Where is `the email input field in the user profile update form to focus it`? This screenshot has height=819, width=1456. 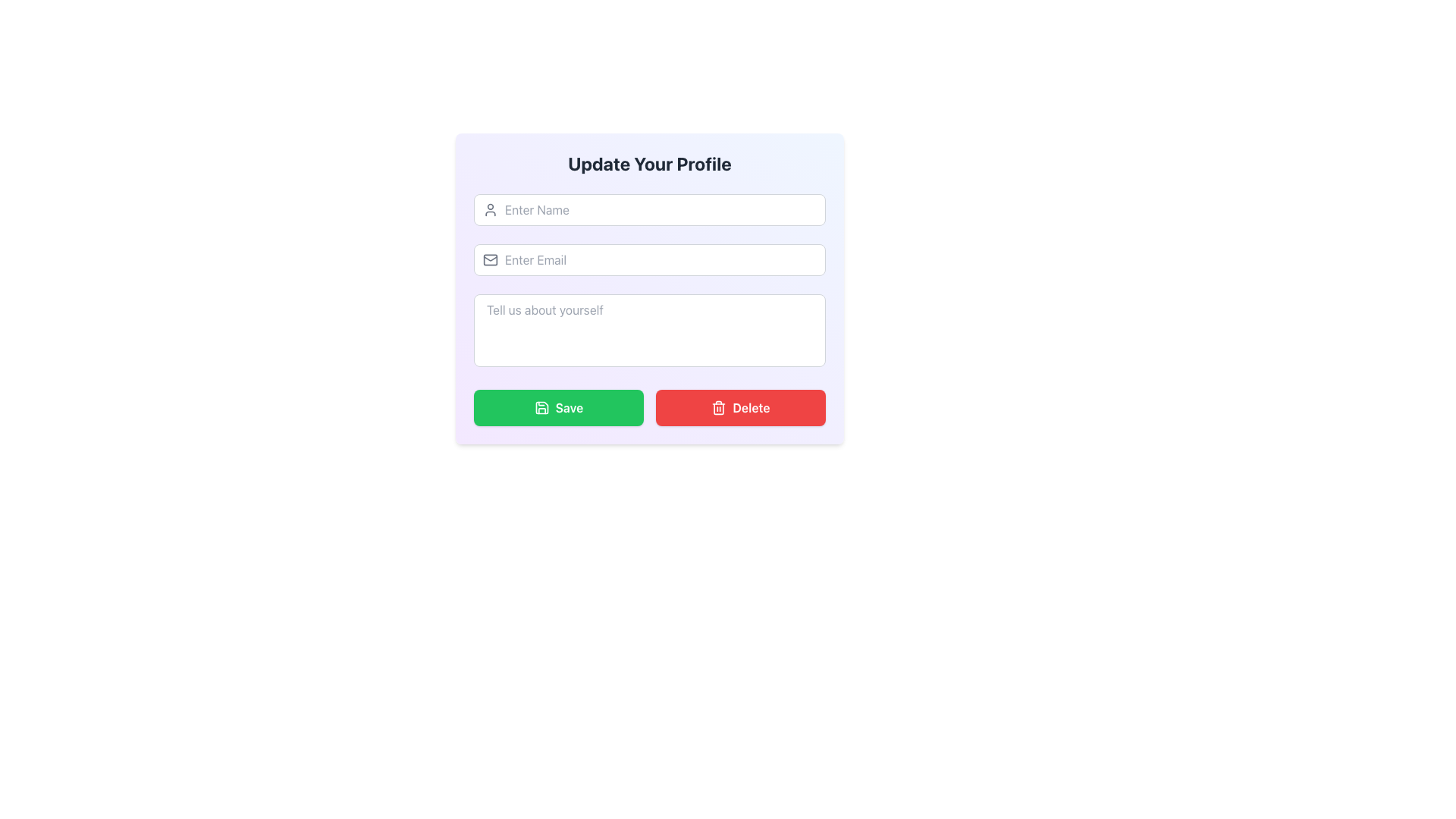 the email input field in the user profile update form to focus it is located at coordinates (650, 259).